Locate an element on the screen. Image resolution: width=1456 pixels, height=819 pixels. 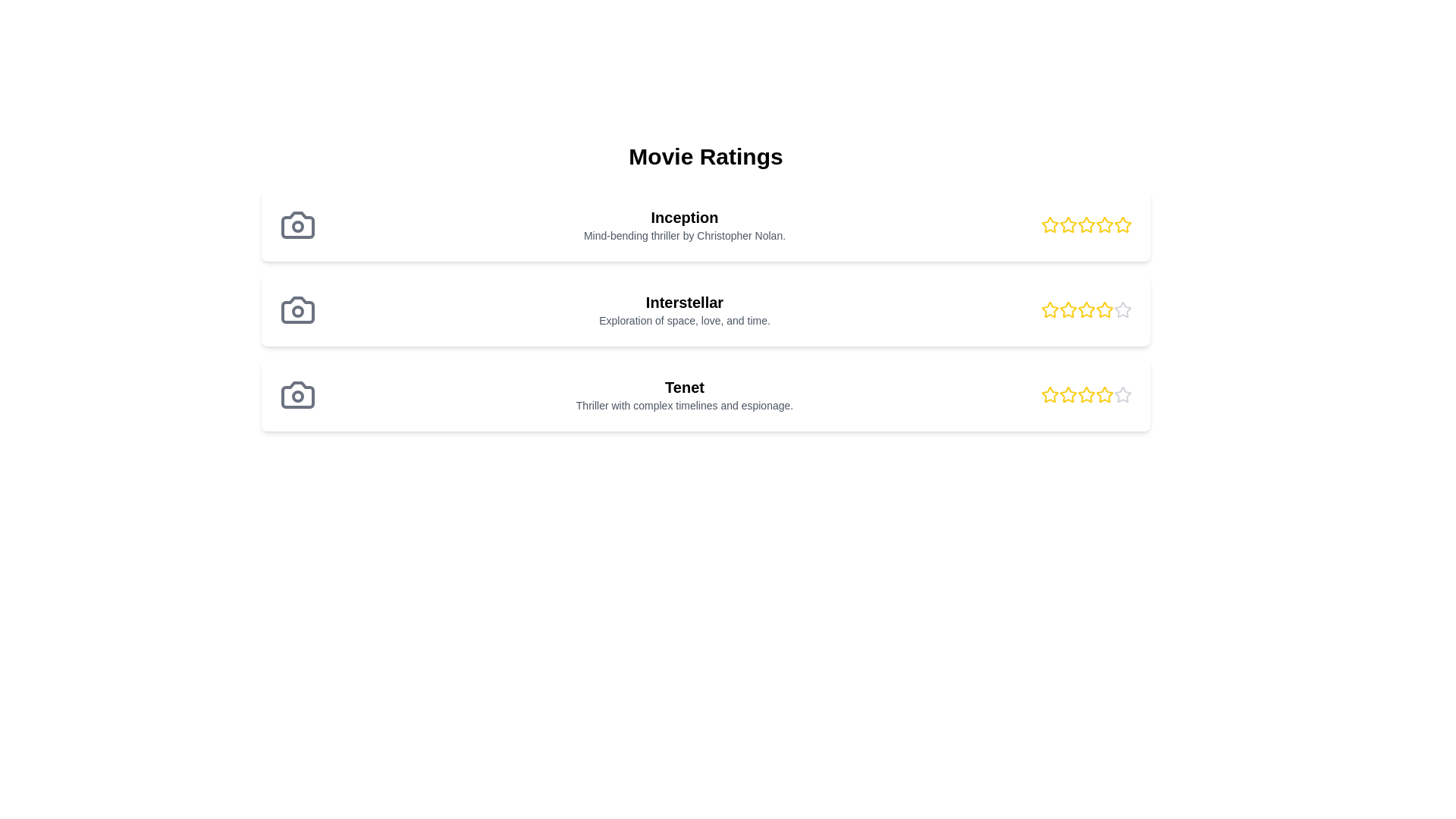
the third star is located at coordinates (1105, 309).